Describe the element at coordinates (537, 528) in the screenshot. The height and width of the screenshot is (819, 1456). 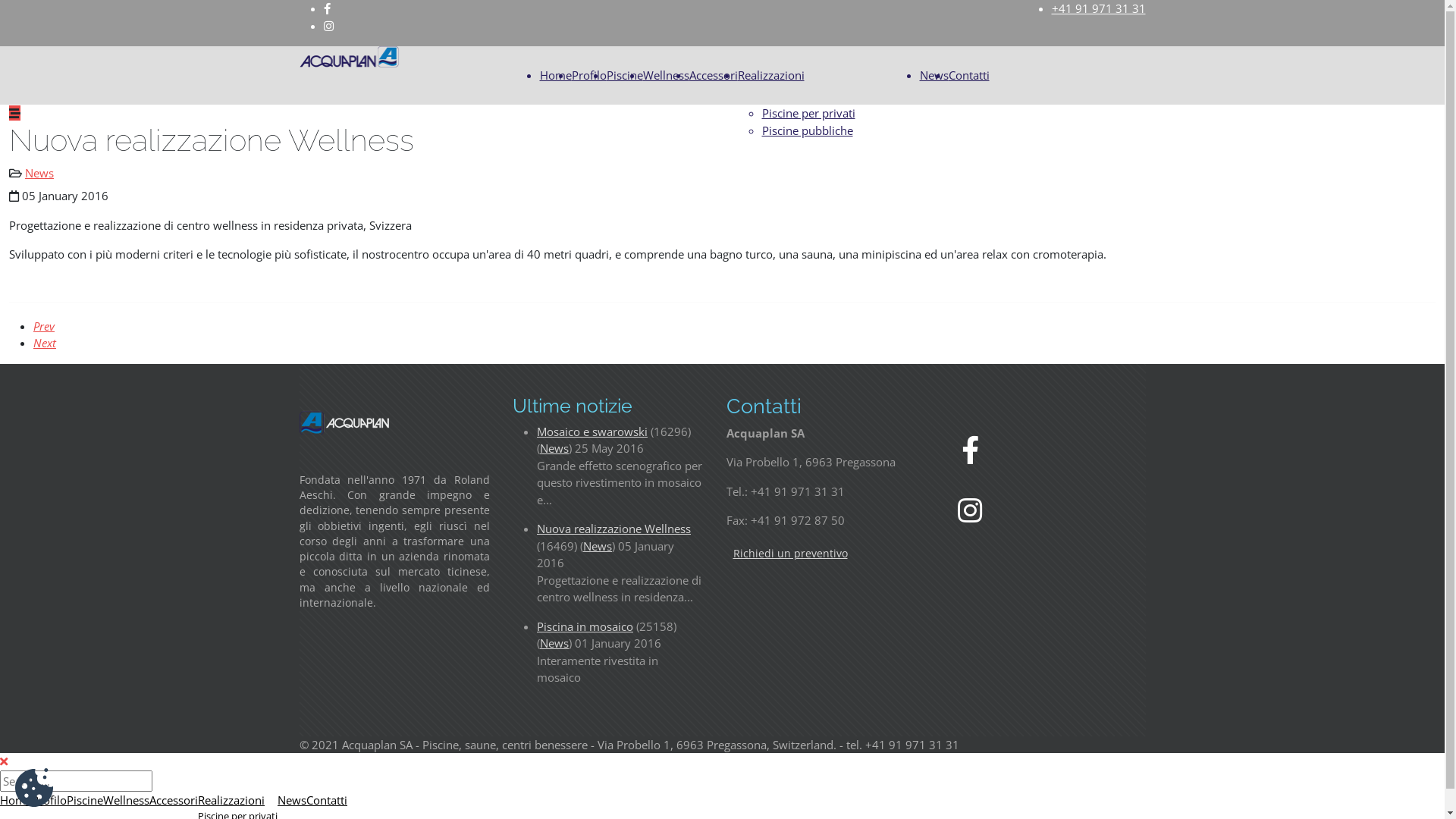
I see `'Nuova realizzazione Wellness'` at that location.